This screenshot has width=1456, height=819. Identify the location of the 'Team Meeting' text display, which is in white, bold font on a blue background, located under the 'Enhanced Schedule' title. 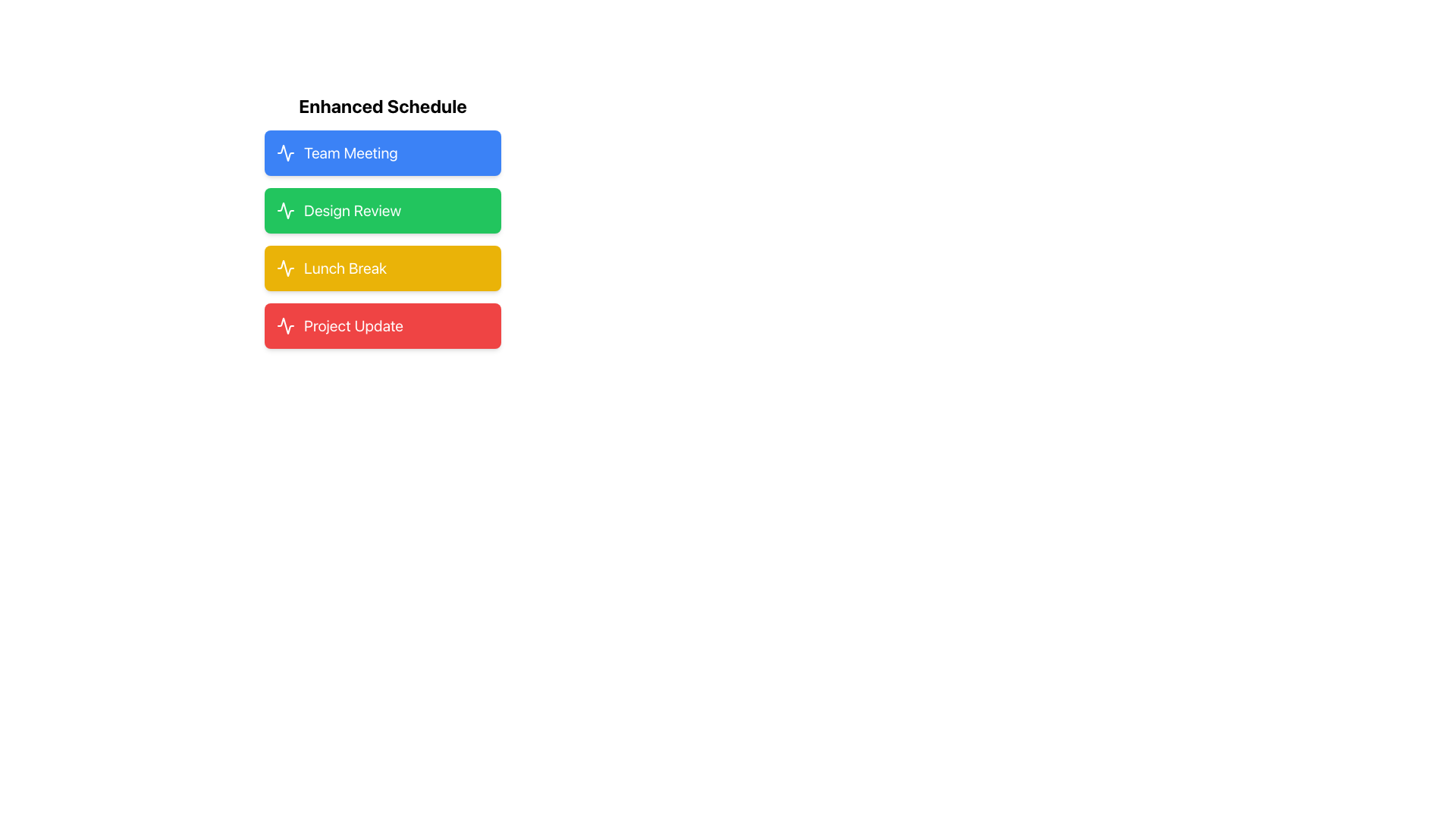
(350, 152).